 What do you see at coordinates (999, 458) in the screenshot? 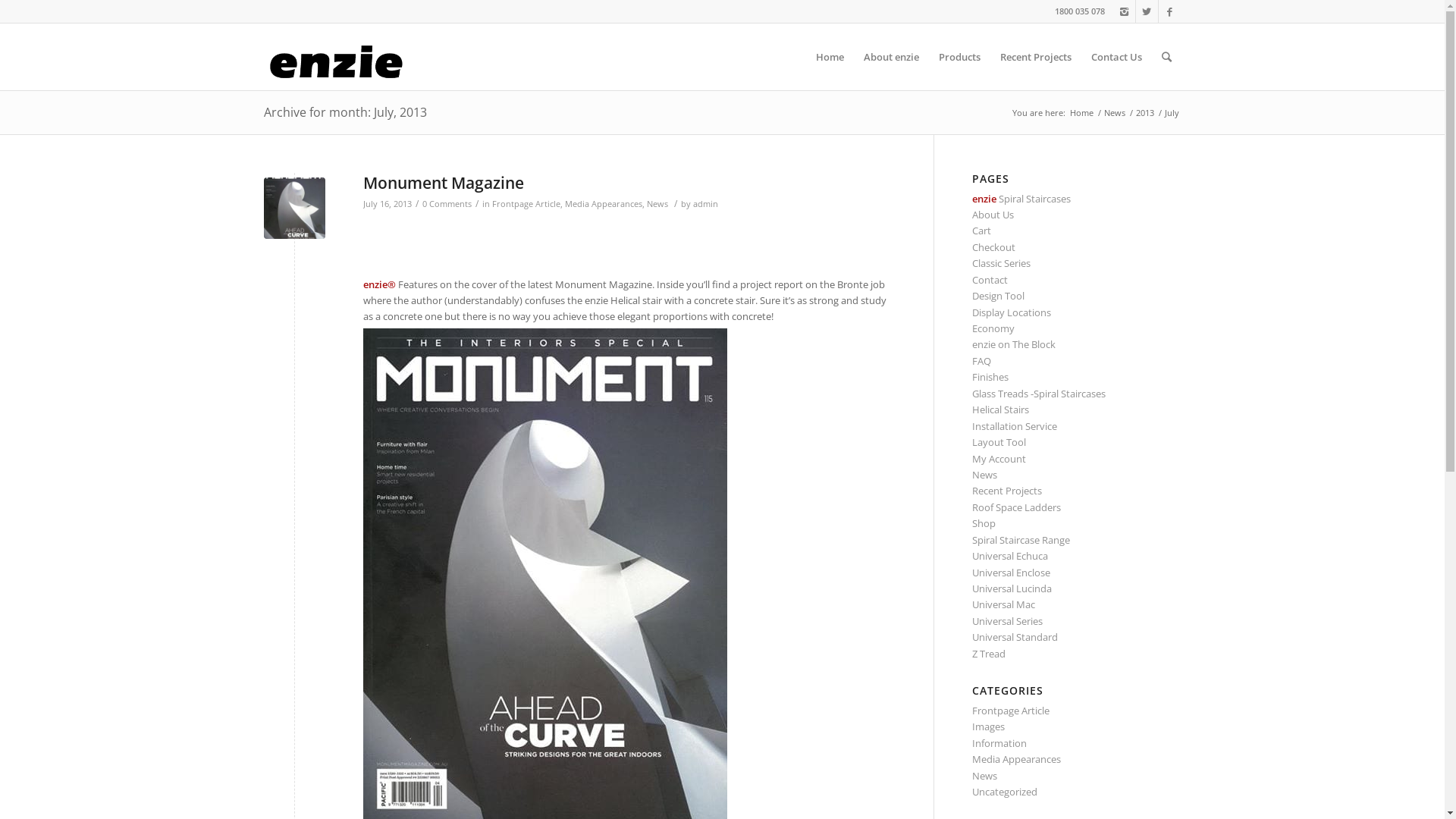
I see `'My Account'` at bounding box center [999, 458].